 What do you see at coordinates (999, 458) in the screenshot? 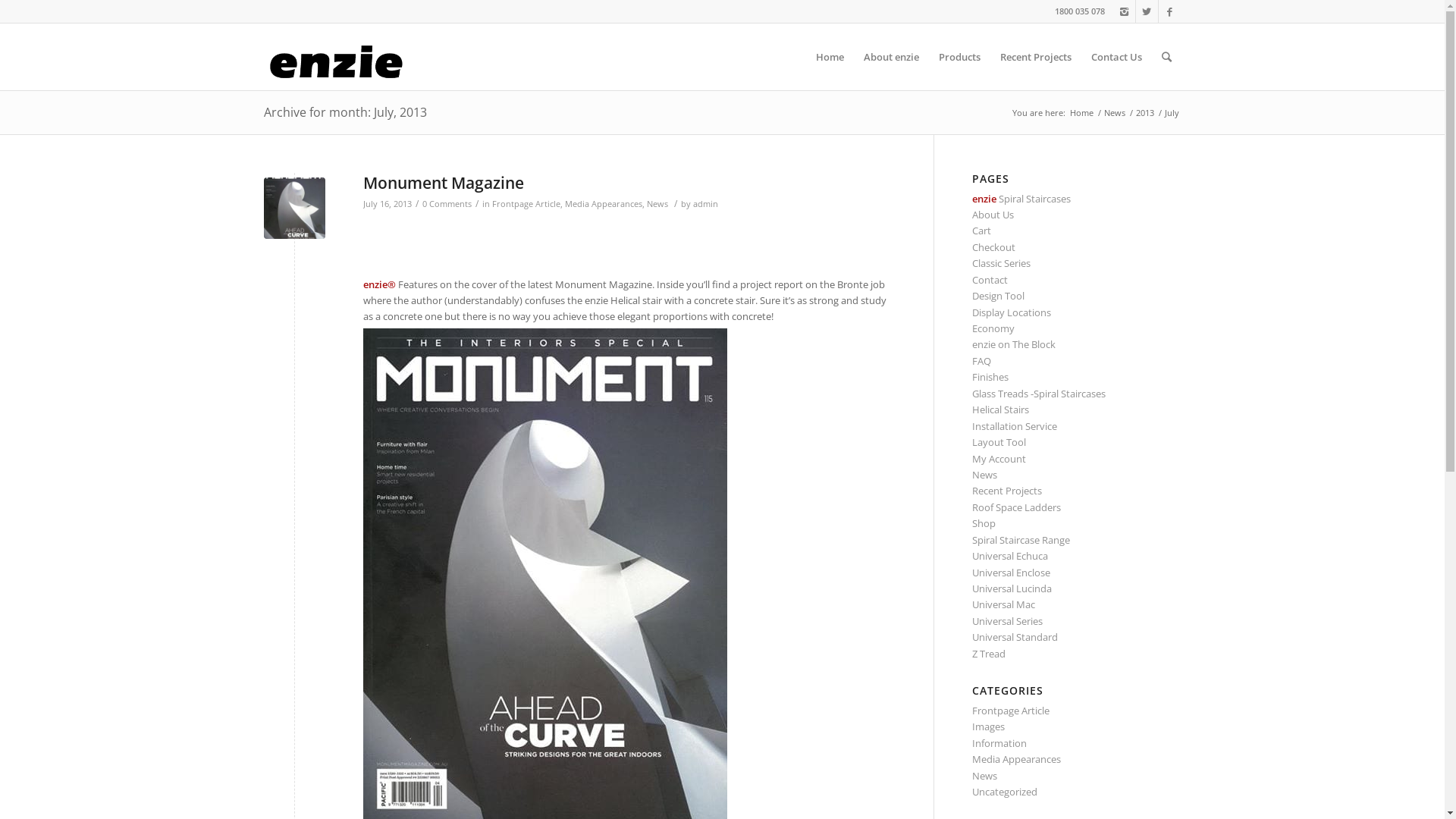
I see `'My Account'` at bounding box center [999, 458].